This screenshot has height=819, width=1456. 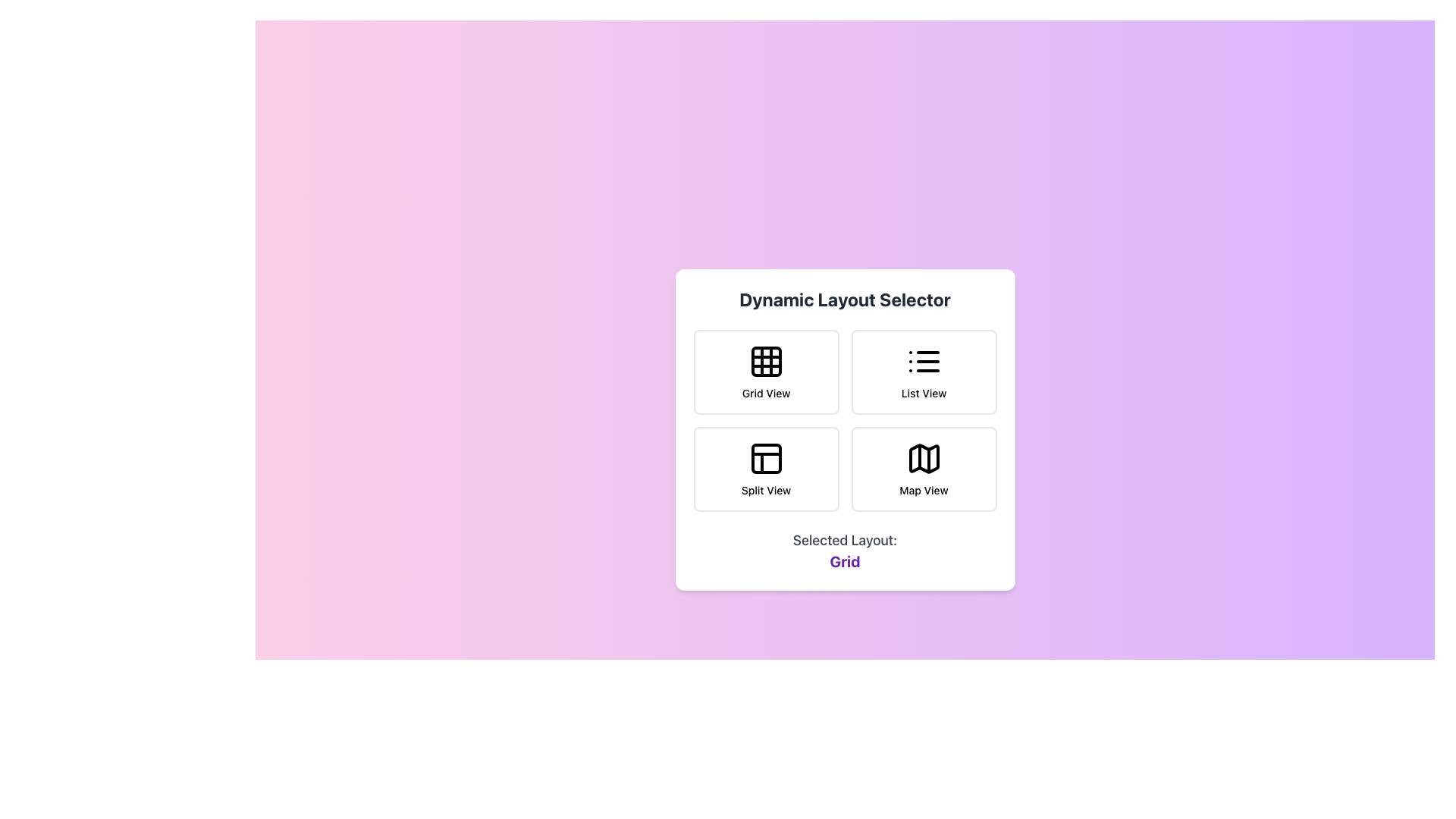 What do you see at coordinates (923, 393) in the screenshot?
I see `the 'List View' text label, which is positioned below the list structure icon in the 'Dynamic Layout Selector'` at bounding box center [923, 393].